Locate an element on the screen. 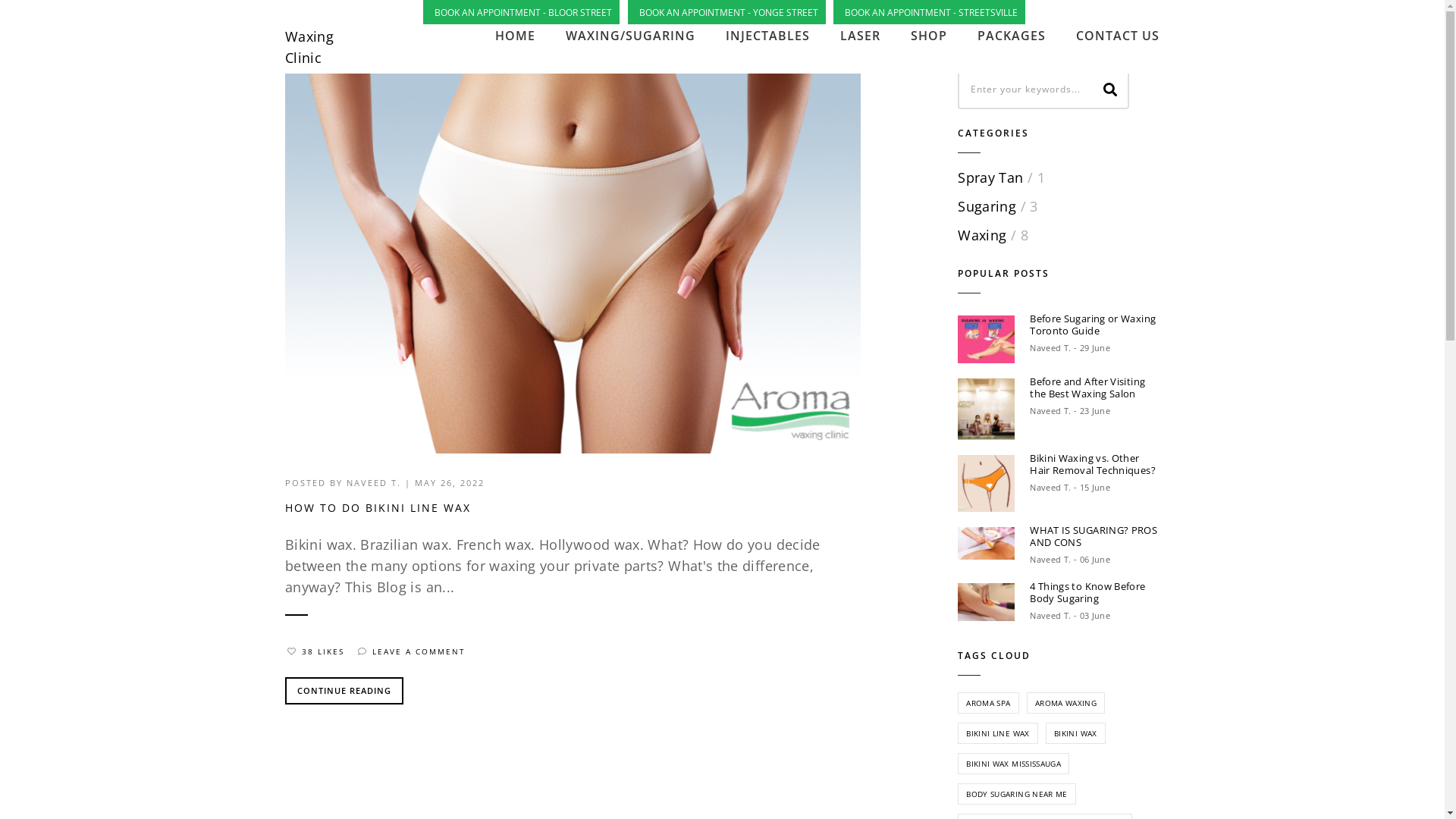  'LEAVE A COMMENT' is located at coordinates (410, 651).